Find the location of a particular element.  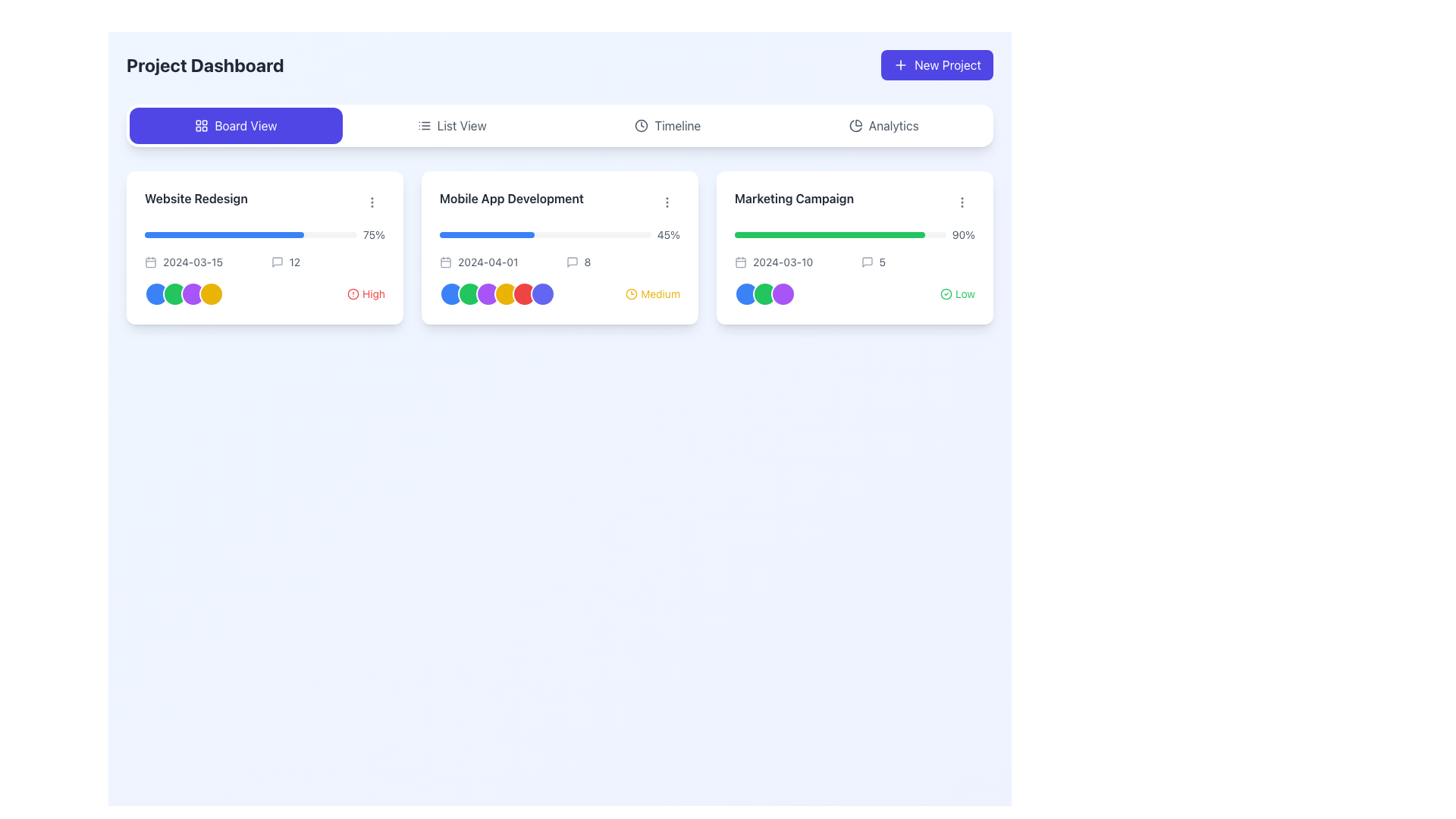

the comment icon located in the lower middle section of the 'Marketing Campaign' card, which displays the date '2024-03-10' and a comment count of '5' is located at coordinates (855, 262).